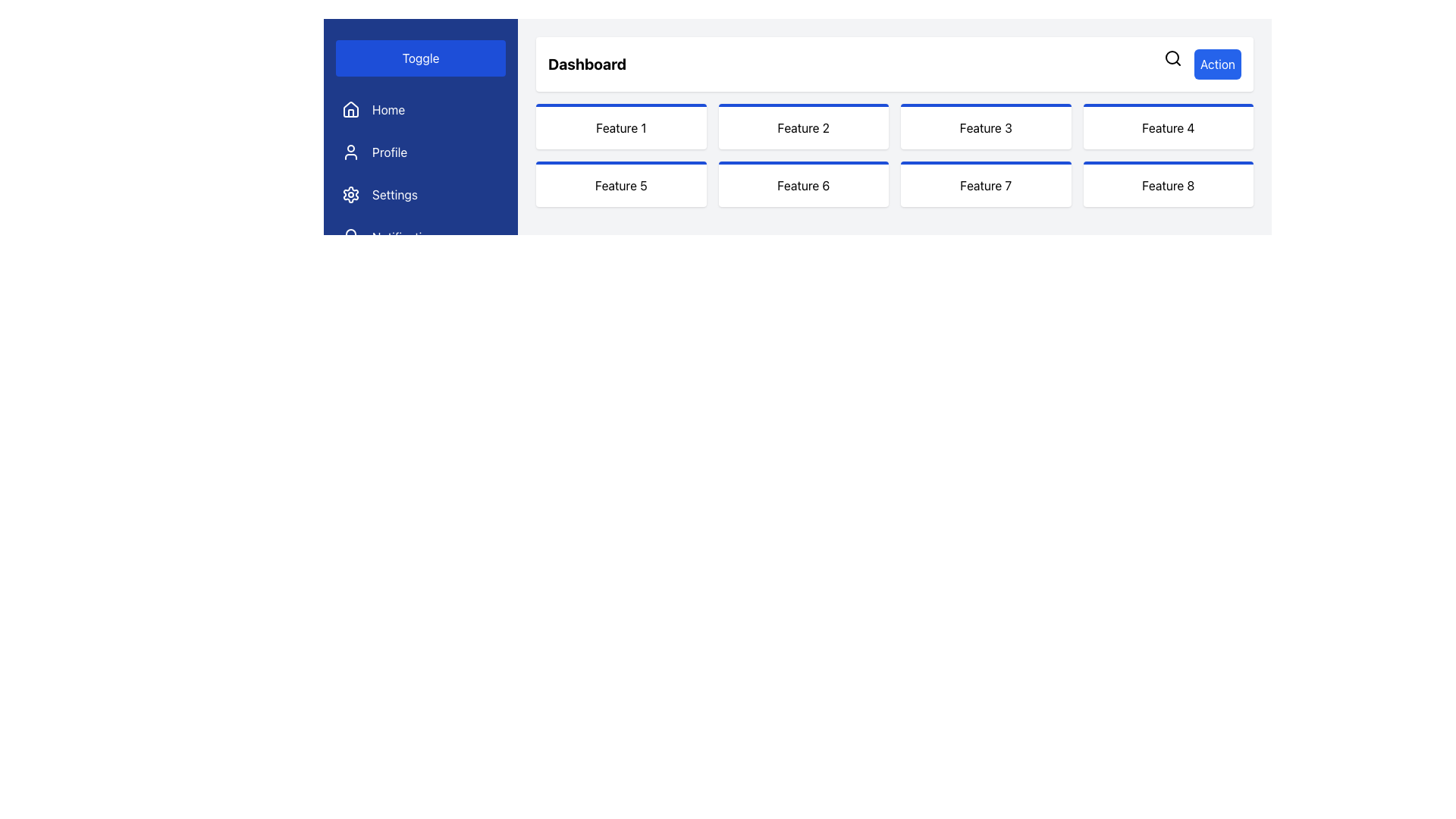 This screenshot has height=819, width=1456. What do you see at coordinates (586, 63) in the screenshot?
I see `the Text Label that serves as a contextual indicator for the current page or section title in the dashboard interface to check for extra functionality` at bounding box center [586, 63].